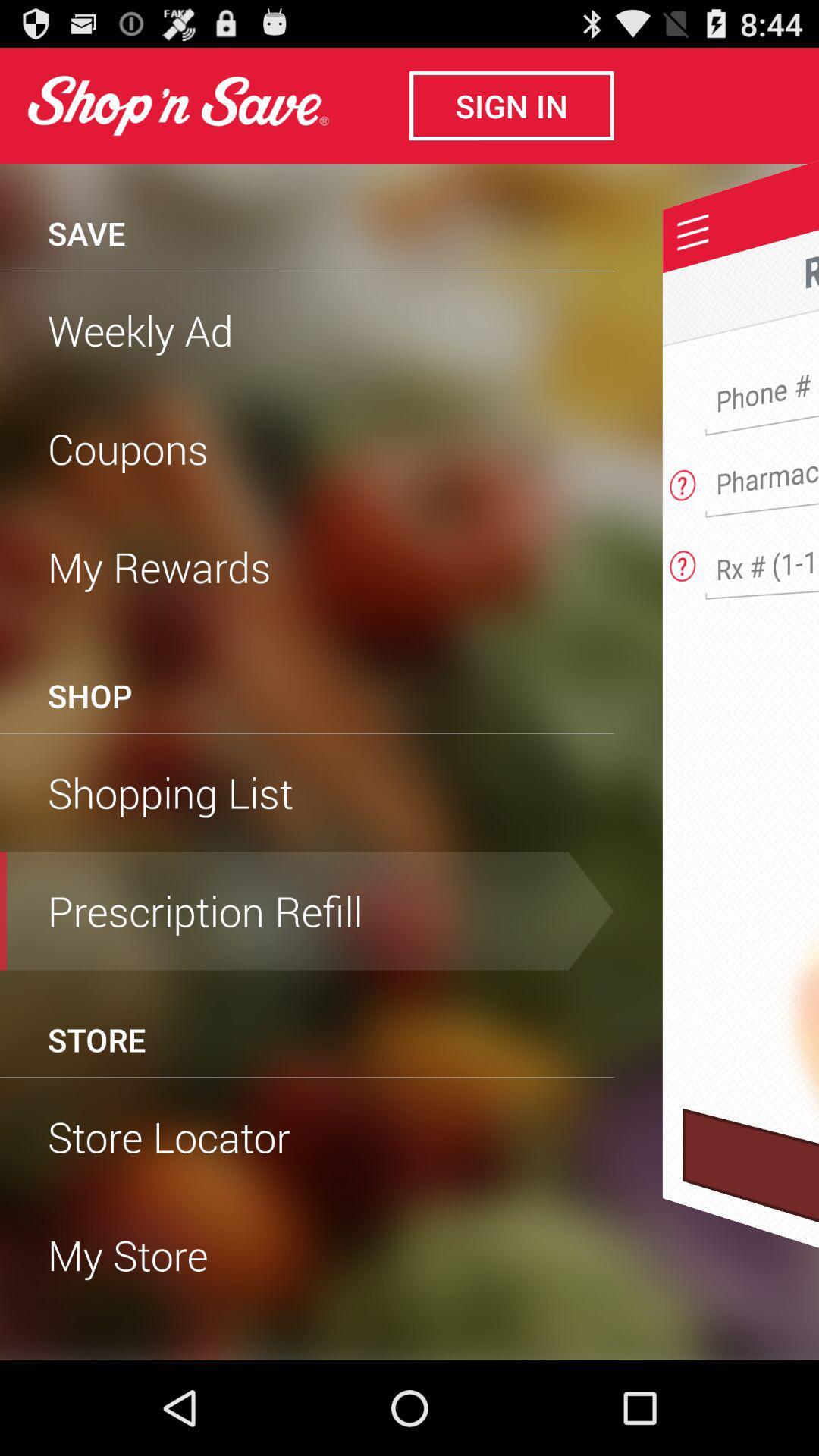 The image size is (819, 1456). I want to click on the item below the shop item, so click(307, 733).